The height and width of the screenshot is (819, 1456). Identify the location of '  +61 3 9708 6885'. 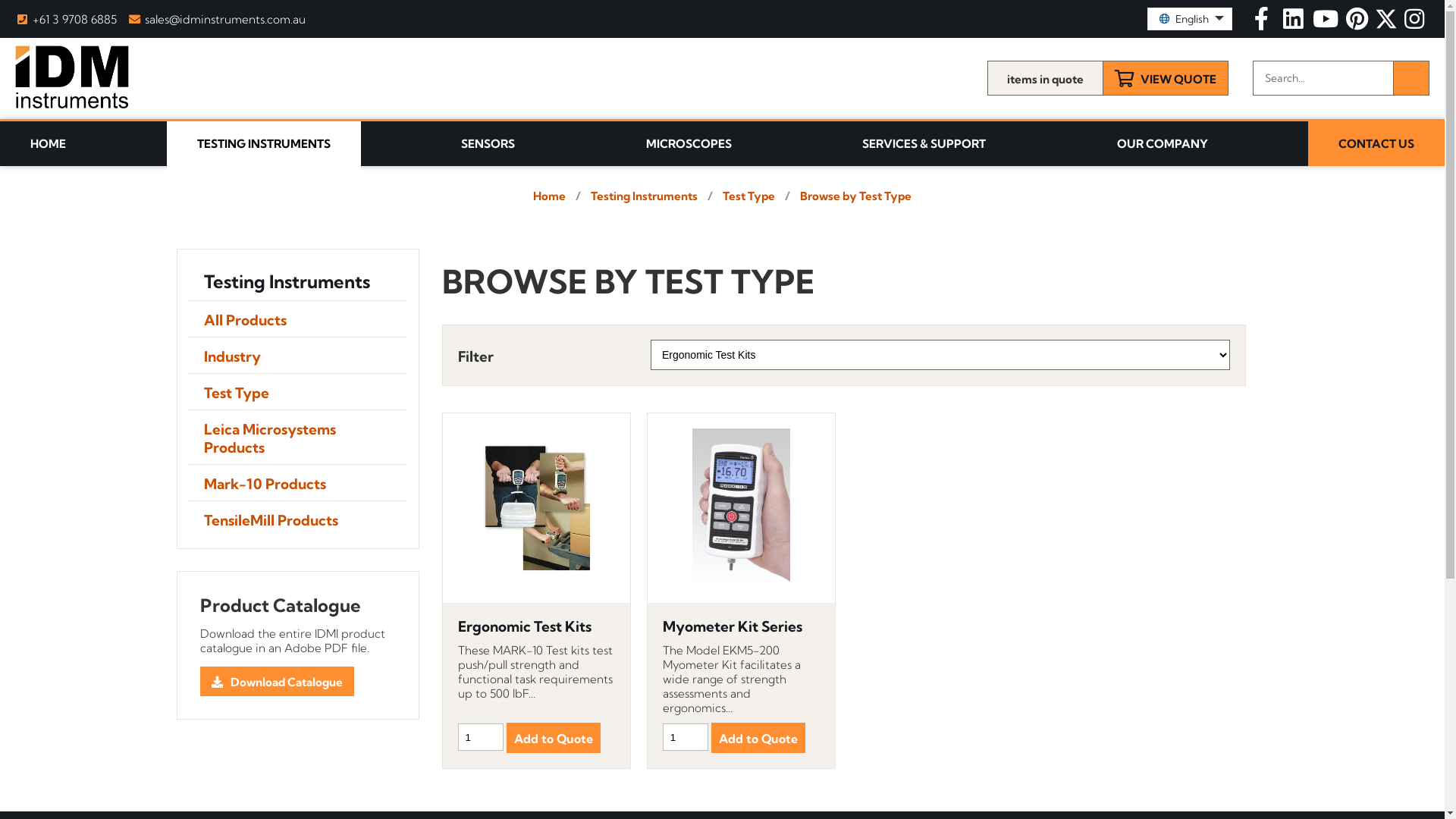
(64, 19).